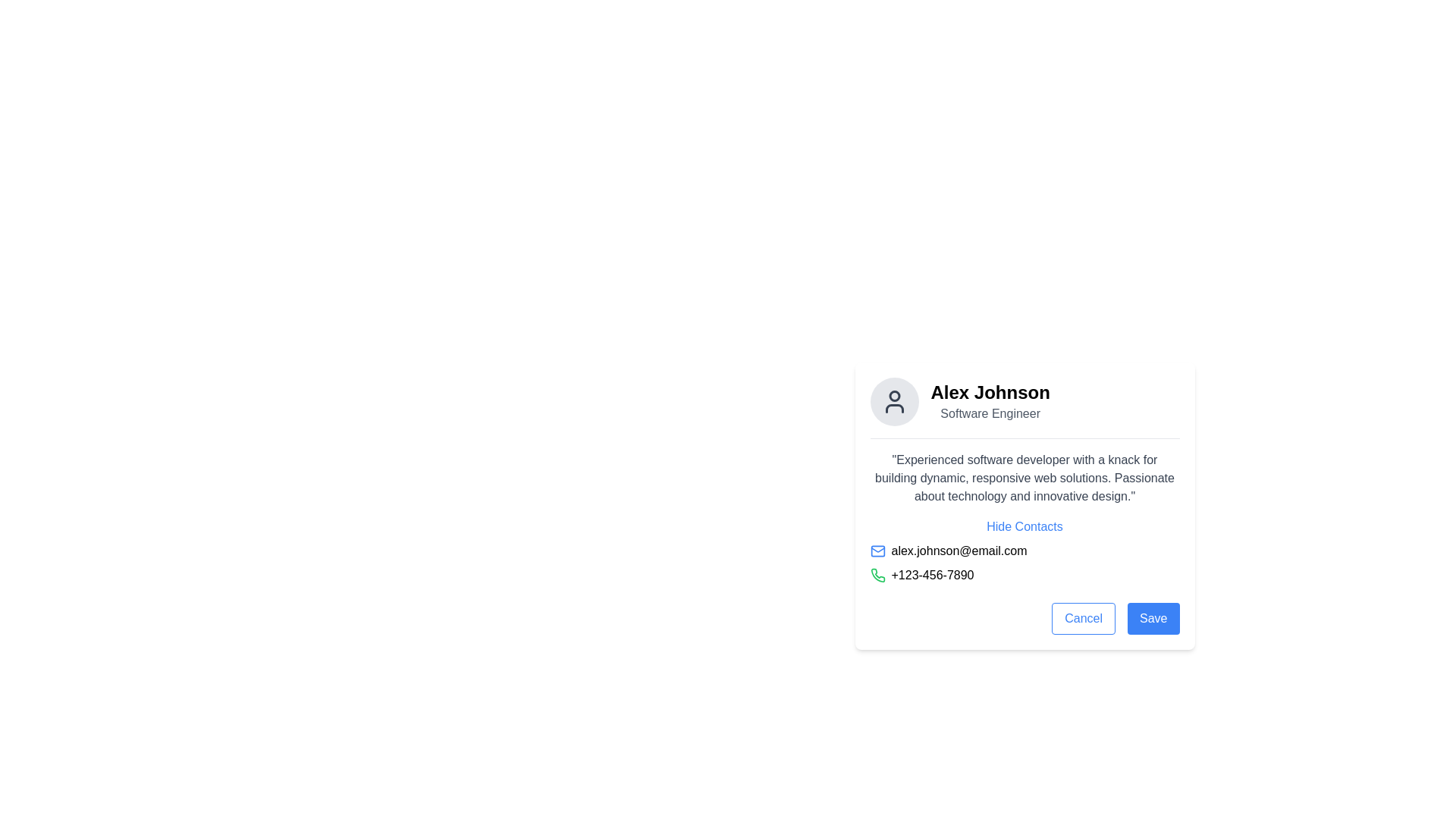 The width and height of the screenshot is (1456, 819). I want to click on the text label describing the role or occupation associated with Alex Johnson, located immediately below the 'Alex Johnson' header in the profile card, so click(990, 414).